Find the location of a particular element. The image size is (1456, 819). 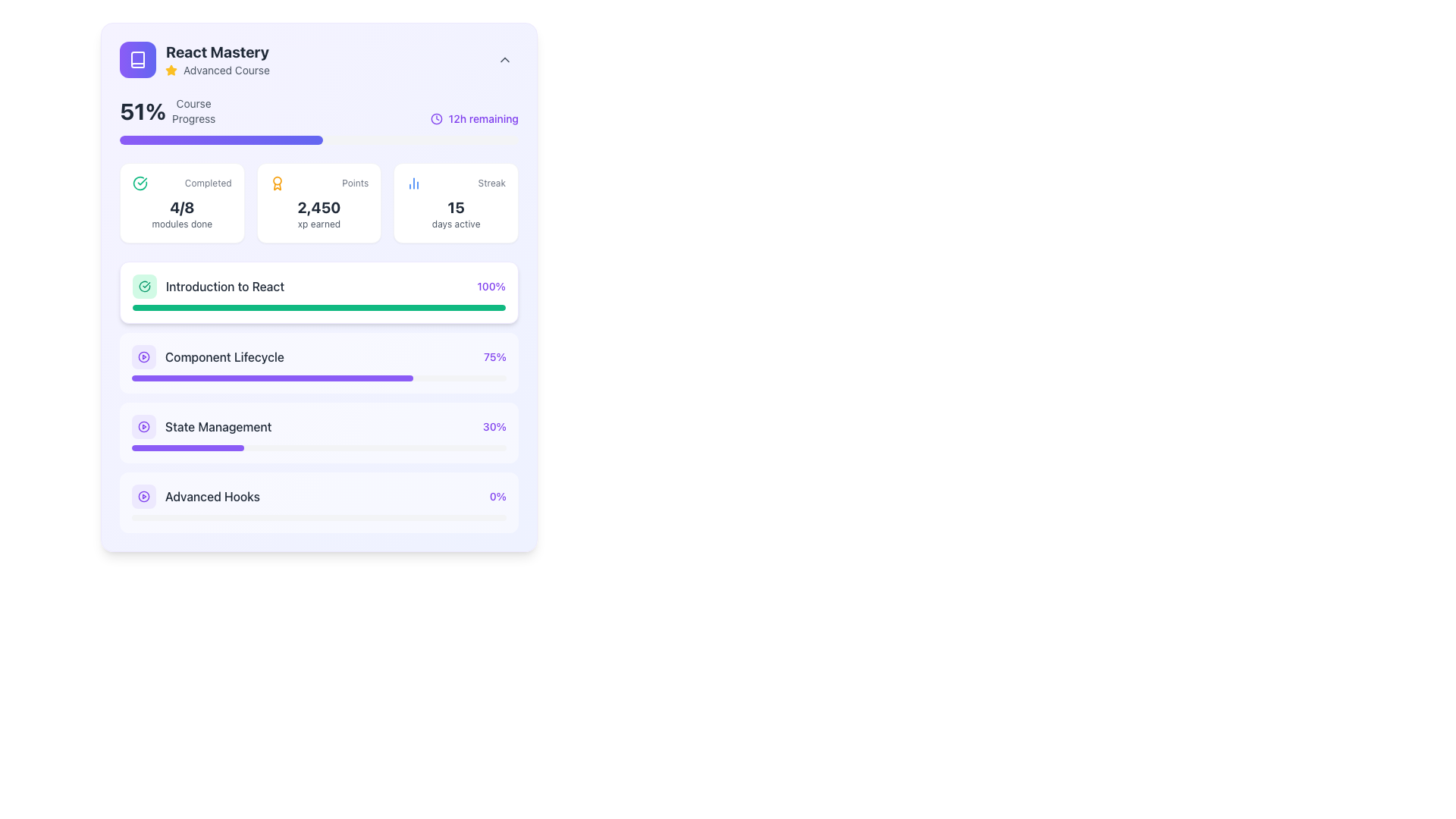

the text label that displays 'Course' above 'Progress', styled in a smaller font size and lighter gray color, located in the top-left quadrant of the card interface is located at coordinates (193, 110).